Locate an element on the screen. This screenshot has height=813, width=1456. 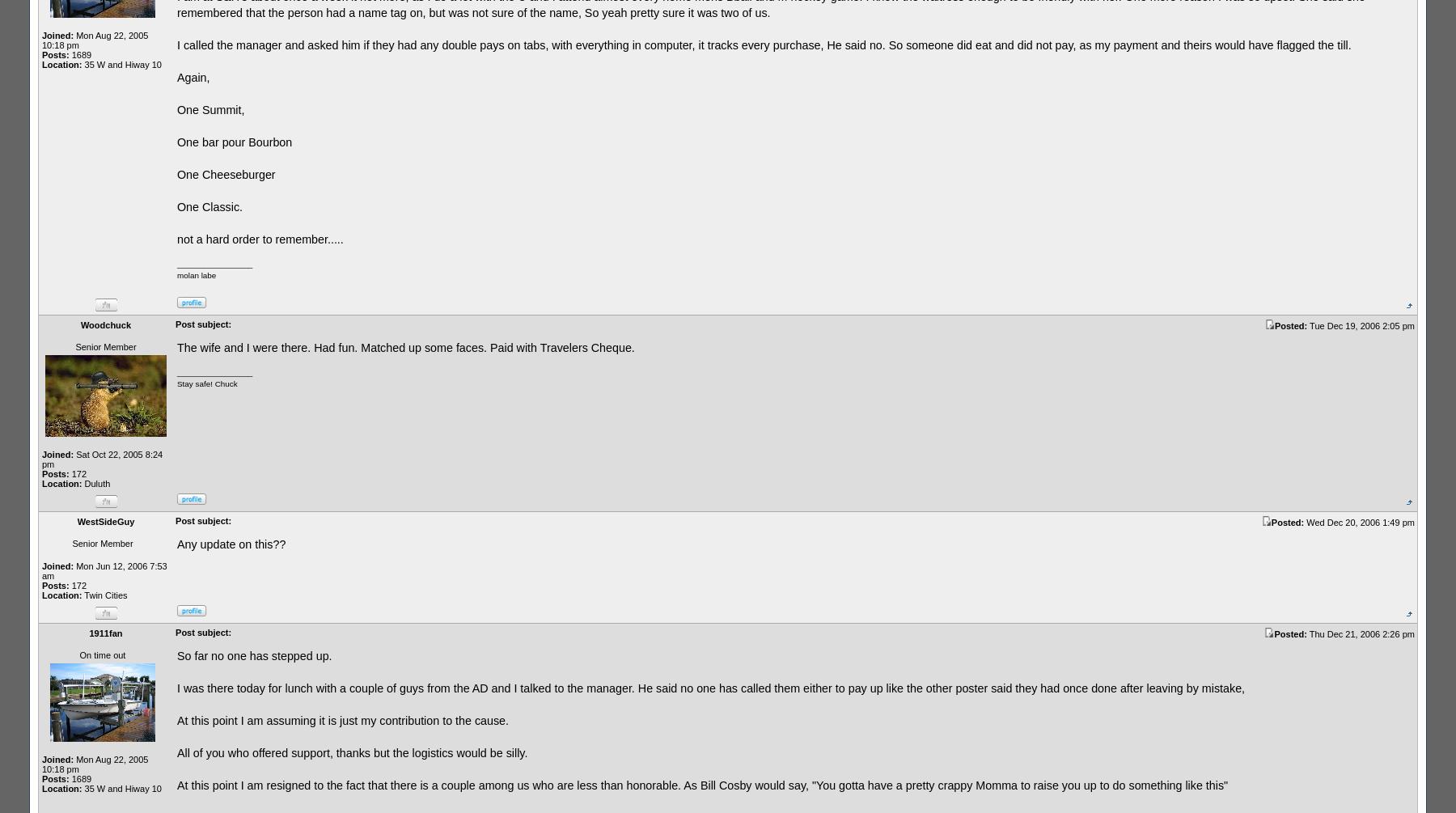
'One Summit,' is located at coordinates (210, 109).